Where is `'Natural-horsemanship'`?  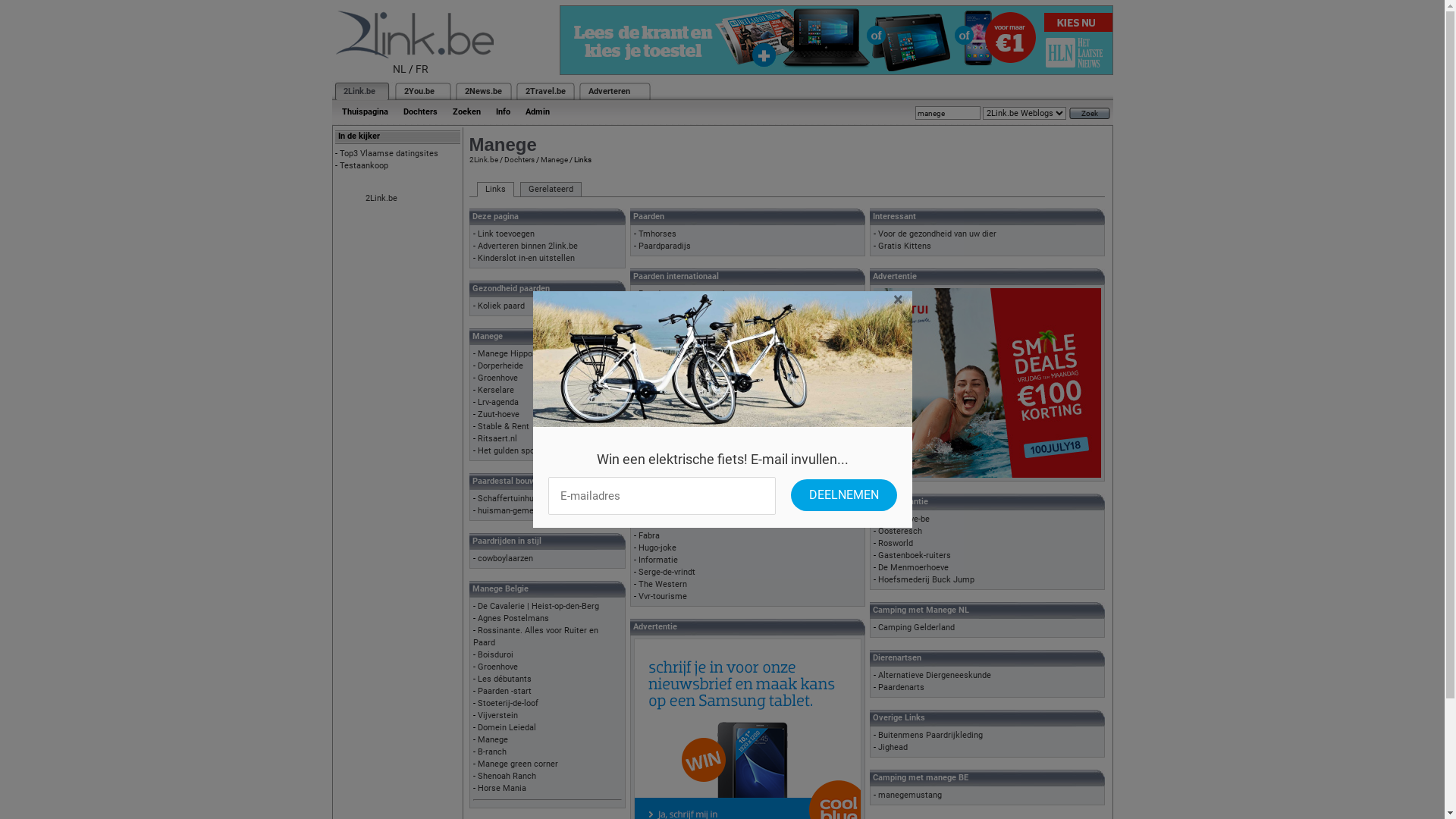
'Natural-horsemanship' is located at coordinates (638, 450).